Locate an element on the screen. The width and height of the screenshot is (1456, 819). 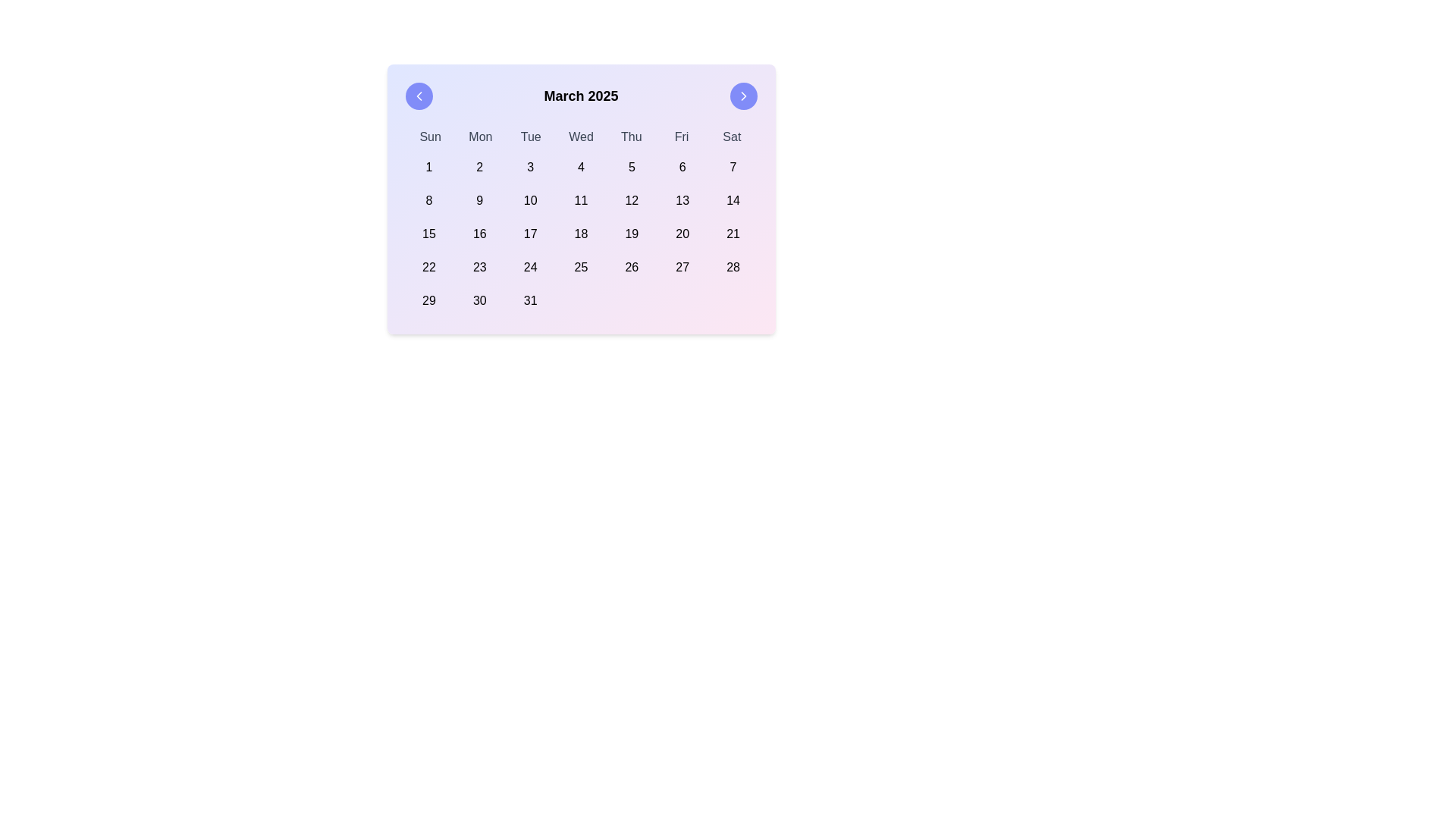
the button representing the date '20' located in the third row and sixth column of the date grid is located at coordinates (682, 234).